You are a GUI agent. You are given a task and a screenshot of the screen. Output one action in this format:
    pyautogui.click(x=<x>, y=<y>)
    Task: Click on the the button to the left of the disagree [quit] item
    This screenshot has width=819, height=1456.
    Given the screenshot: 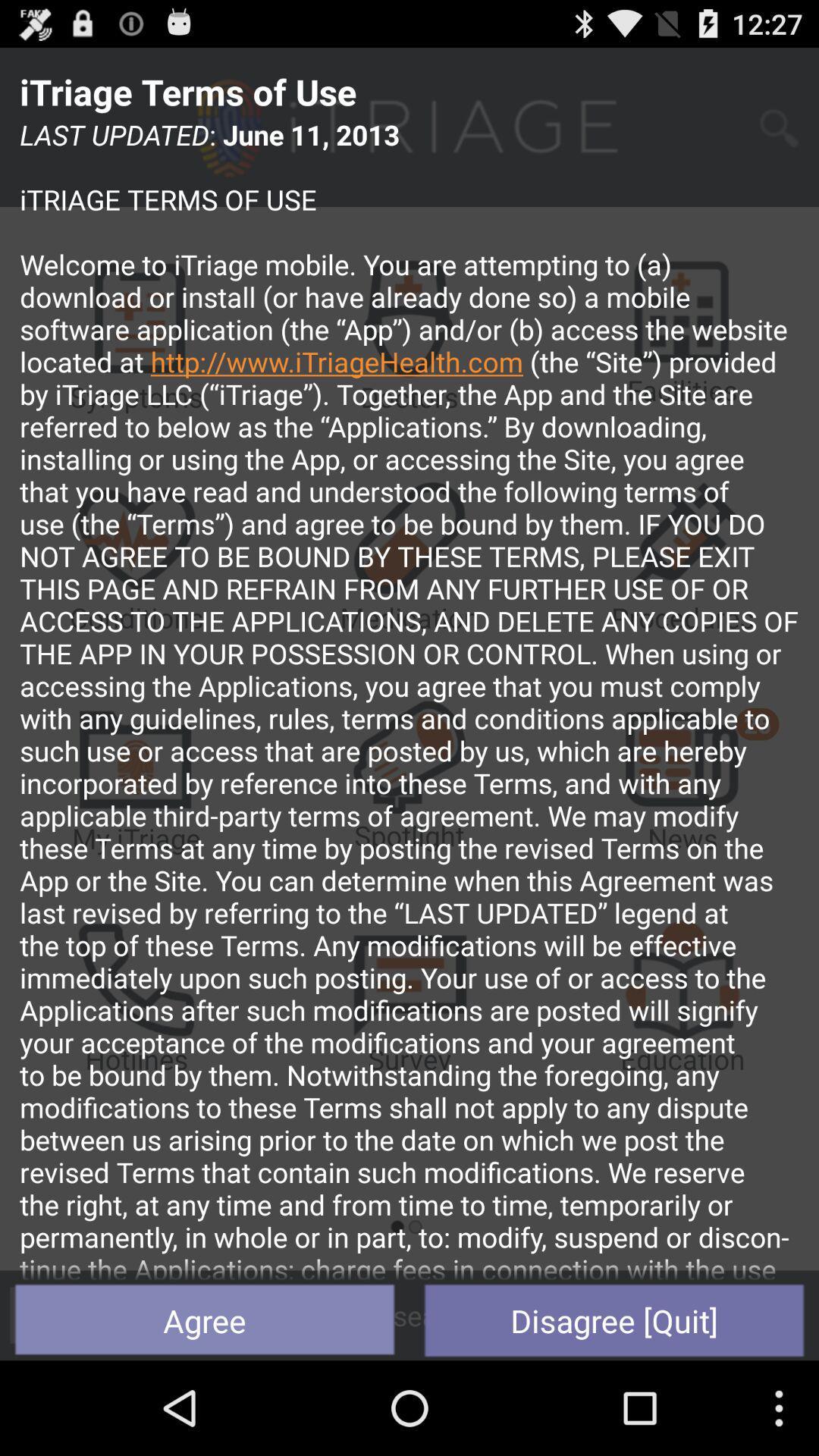 What is the action you would take?
    pyautogui.click(x=205, y=1319)
    